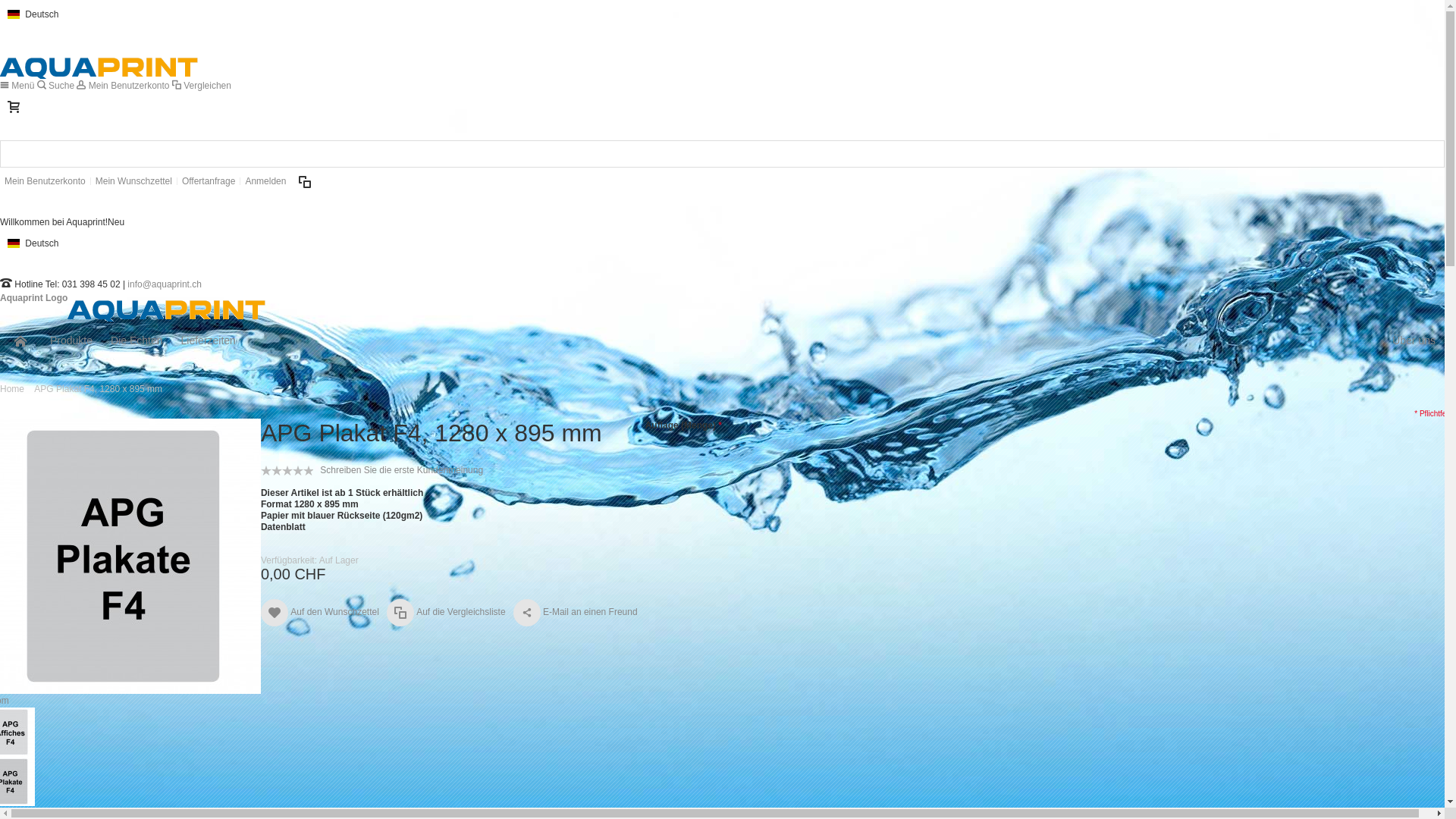 The image size is (1456, 819). Describe the element at coordinates (71, 339) in the screenshot. I see `'Produkte'` at that location.